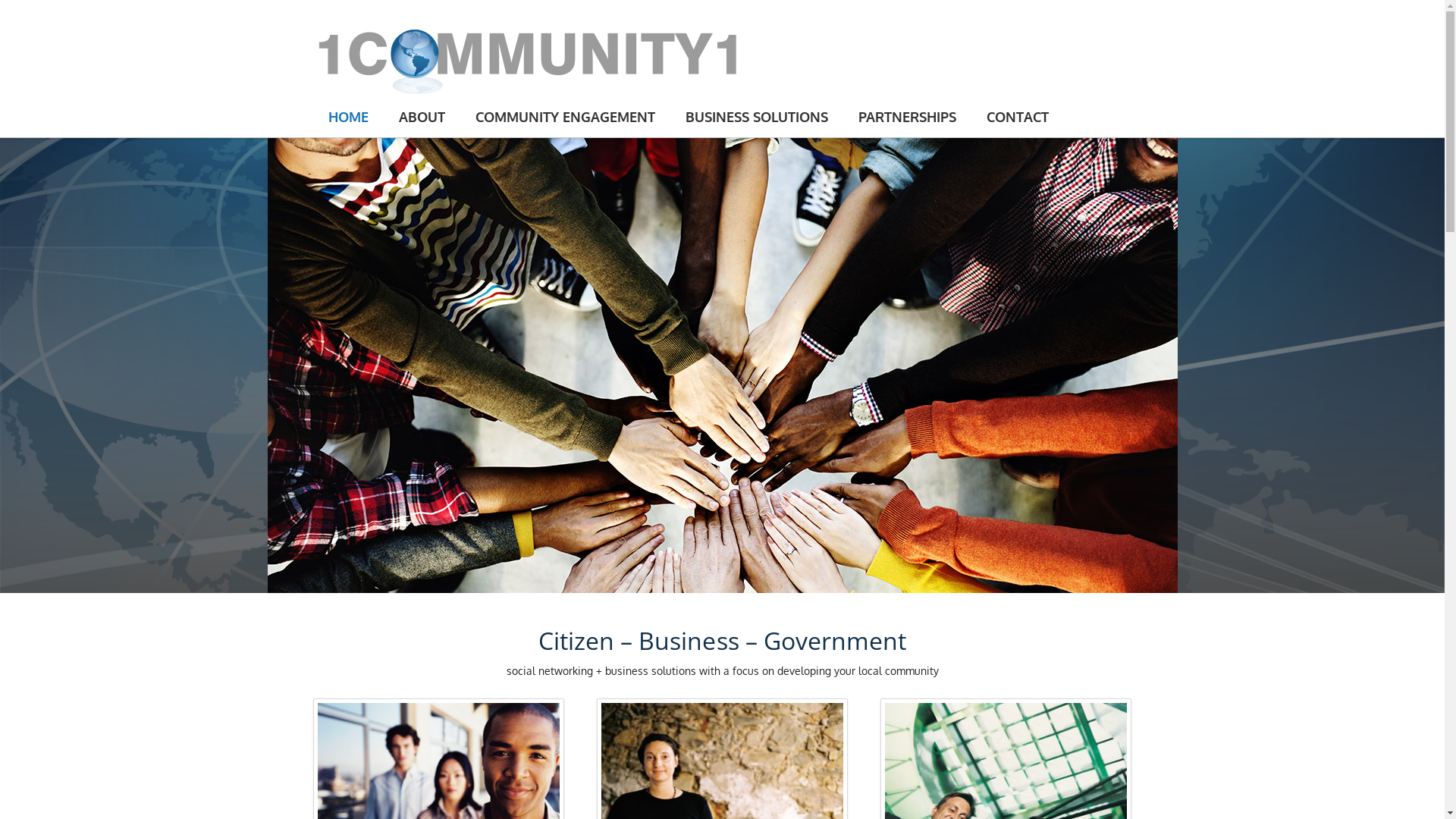 Image resolution: width=1456 pixels, height=819 pixels. What do you see at coordinates (563, 116) in the screenshot?
I see `'COMMUNITY ENGAGEMENT'` at bounding box center [563, 116].